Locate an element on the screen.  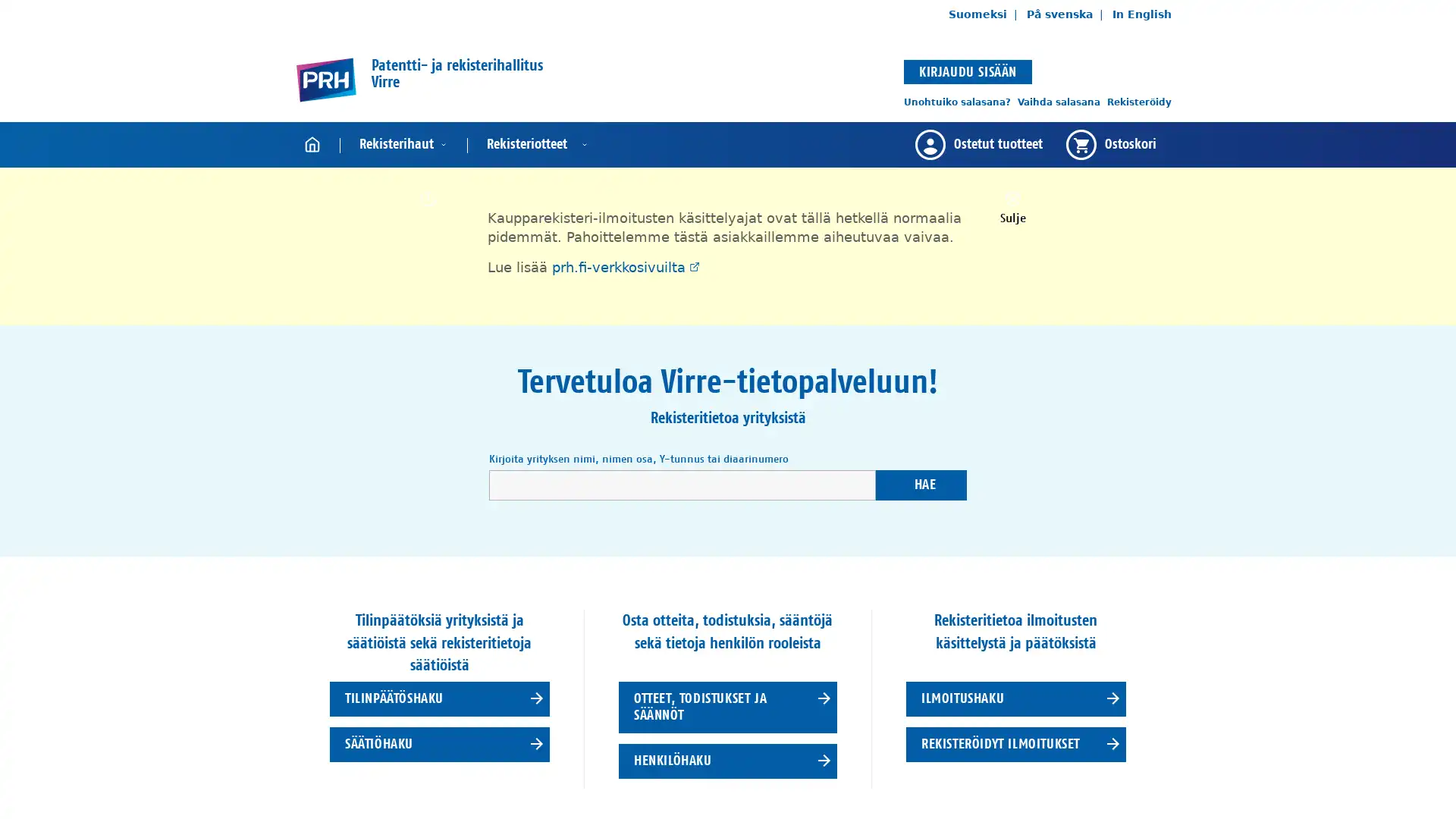
Close is located at coordinates (1012, 206).